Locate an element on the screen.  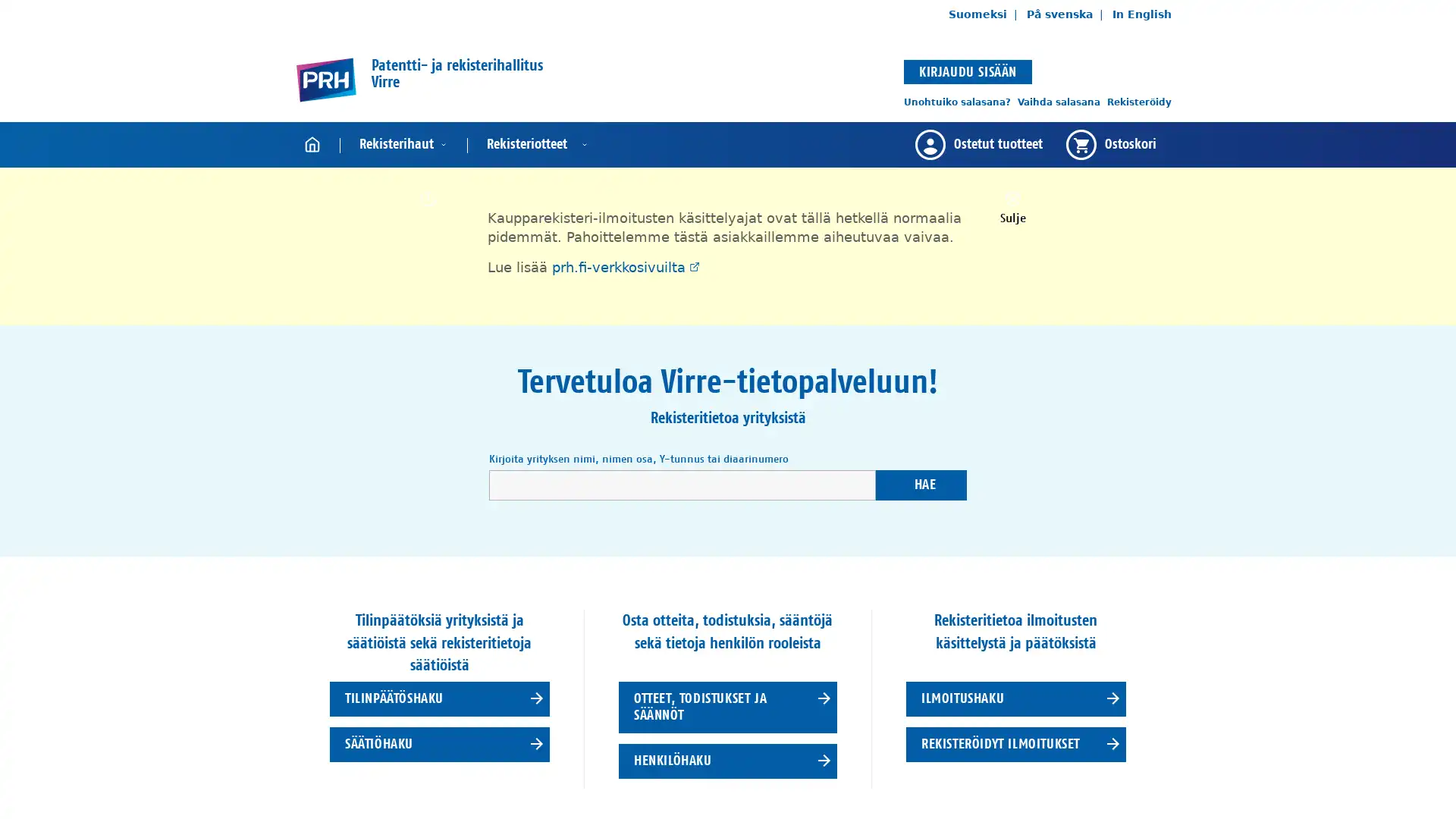
Close is located at coordinates (1012, 206).